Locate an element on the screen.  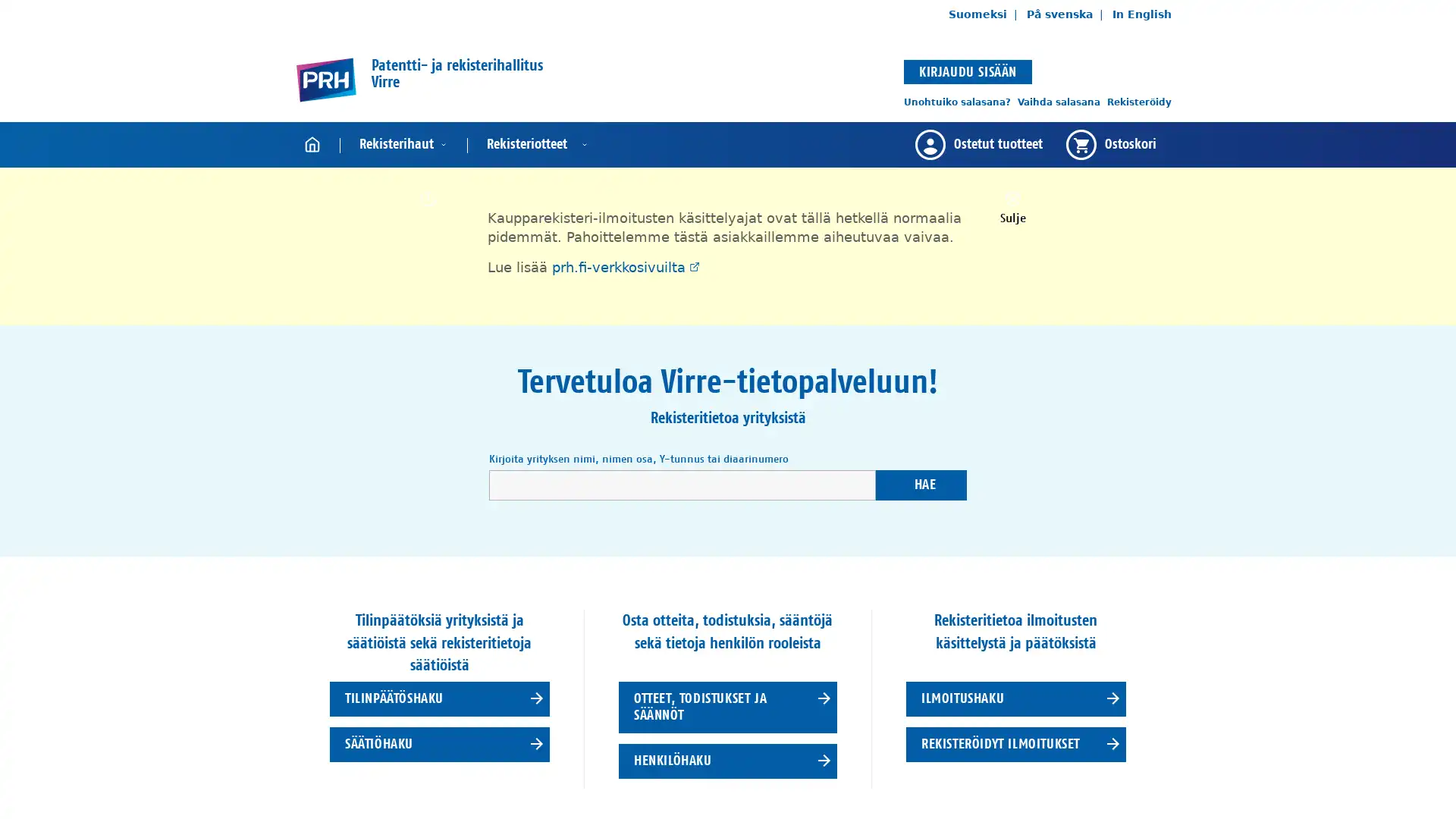
Close is located at coordinates (1012, 206).